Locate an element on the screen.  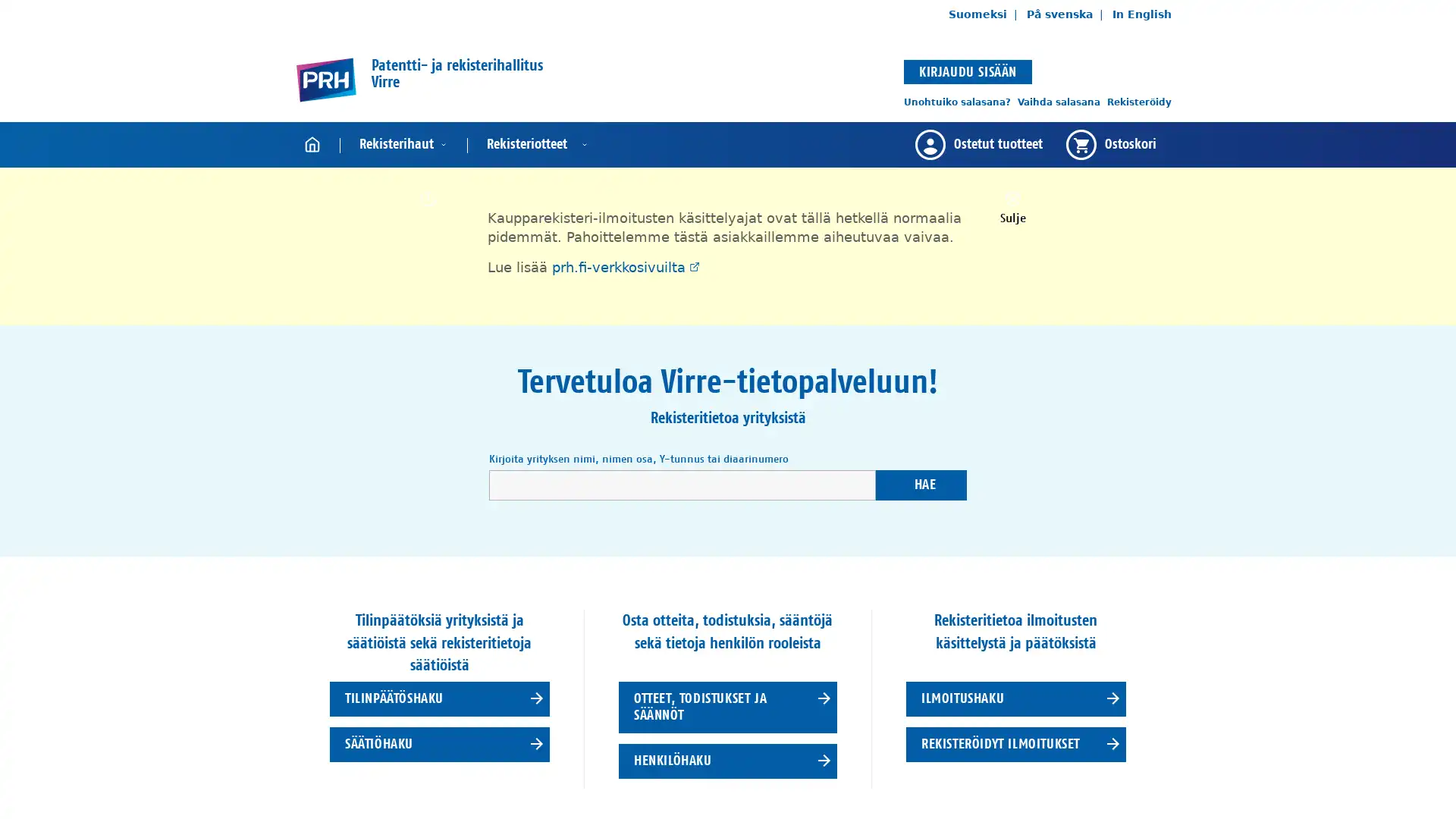
Close is located at coordinates (1012, 206).